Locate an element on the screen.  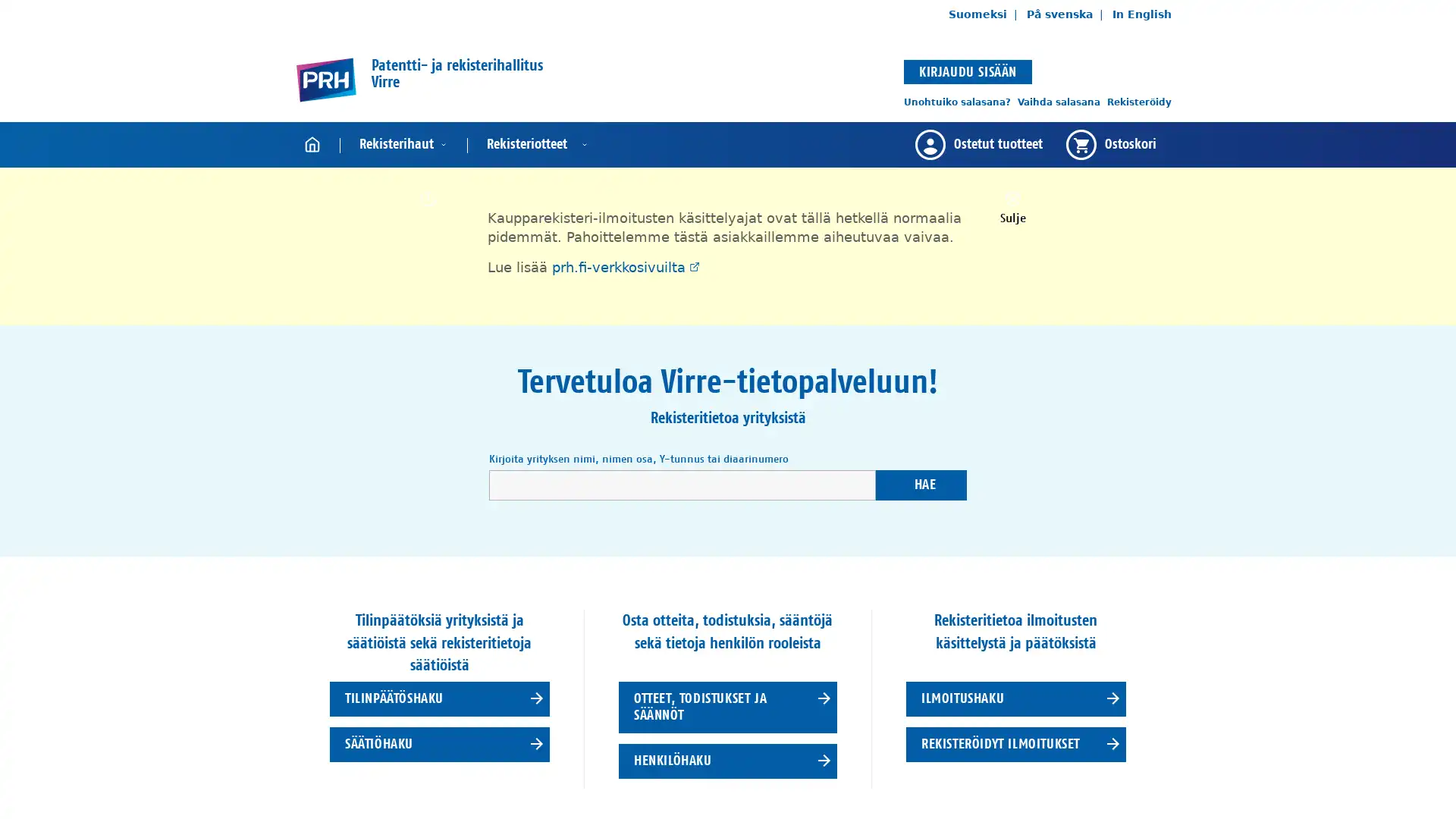
Close is located at coordinates (1012, 206).